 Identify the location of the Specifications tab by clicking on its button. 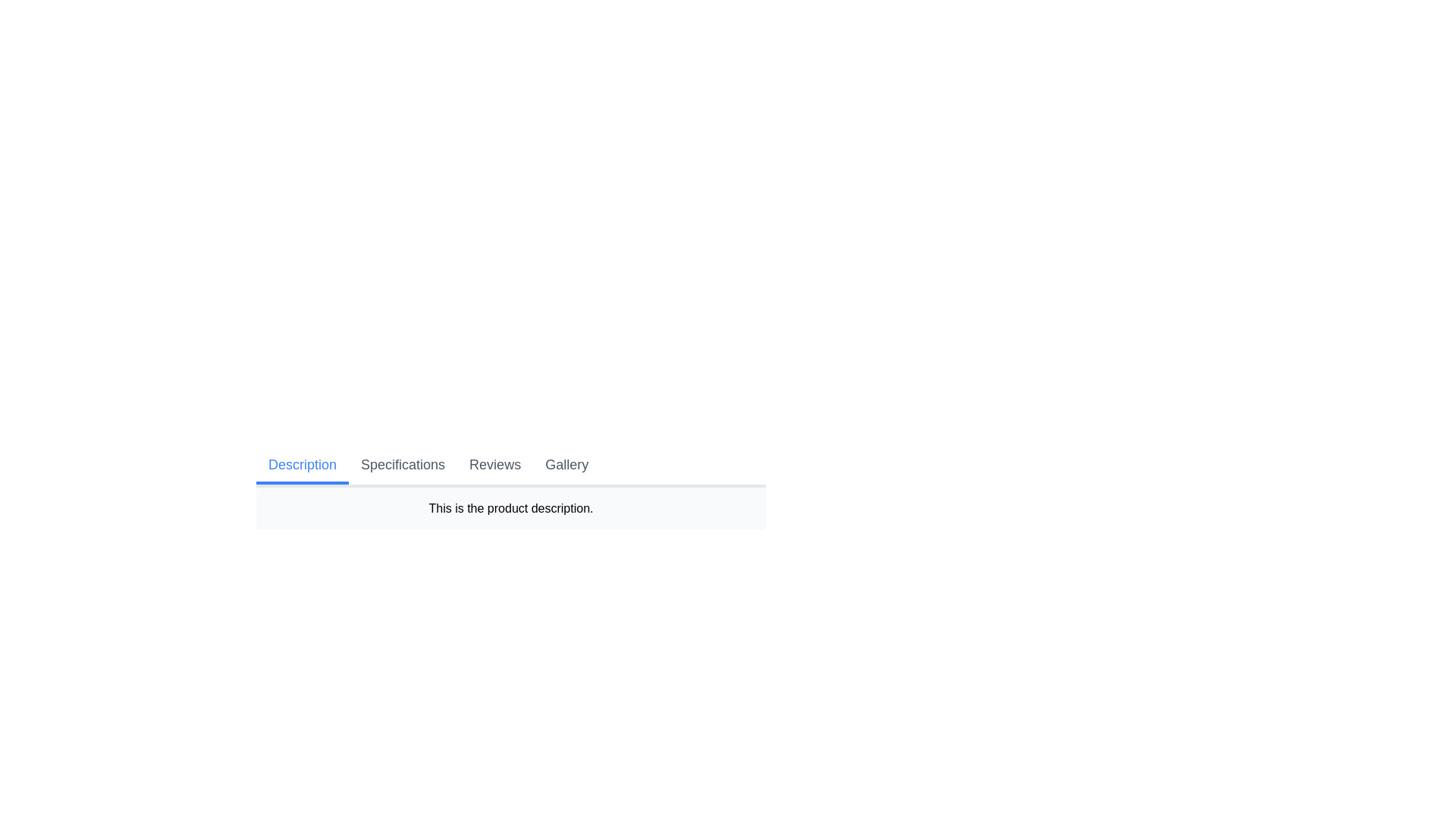
(403, 465).